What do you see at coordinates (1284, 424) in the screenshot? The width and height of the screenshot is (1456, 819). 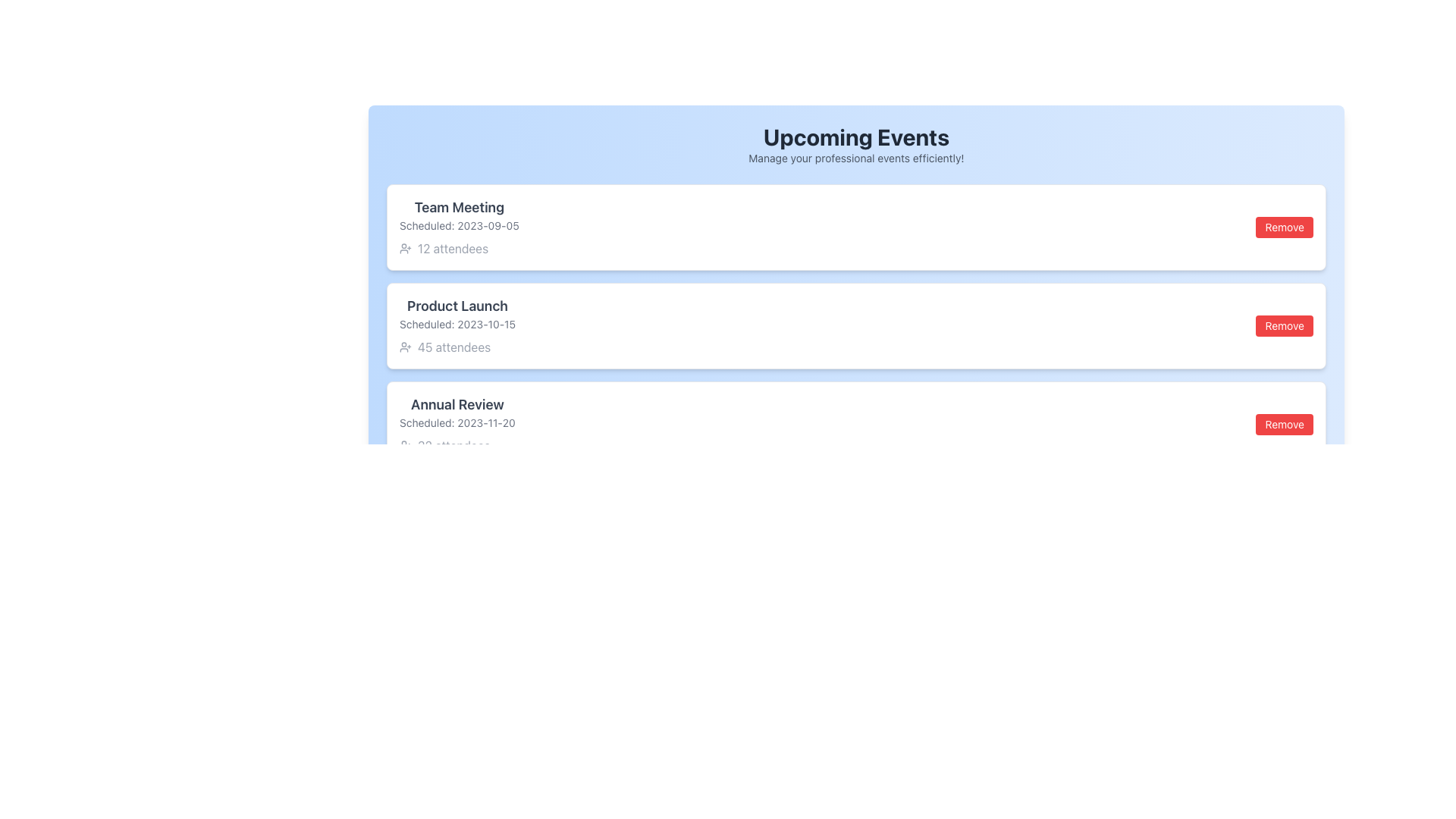 I see `the delete button located at the far-right side of the 'Annual Review Scheduled: 2023-11-20' section` at bounding box center [1284, 424].